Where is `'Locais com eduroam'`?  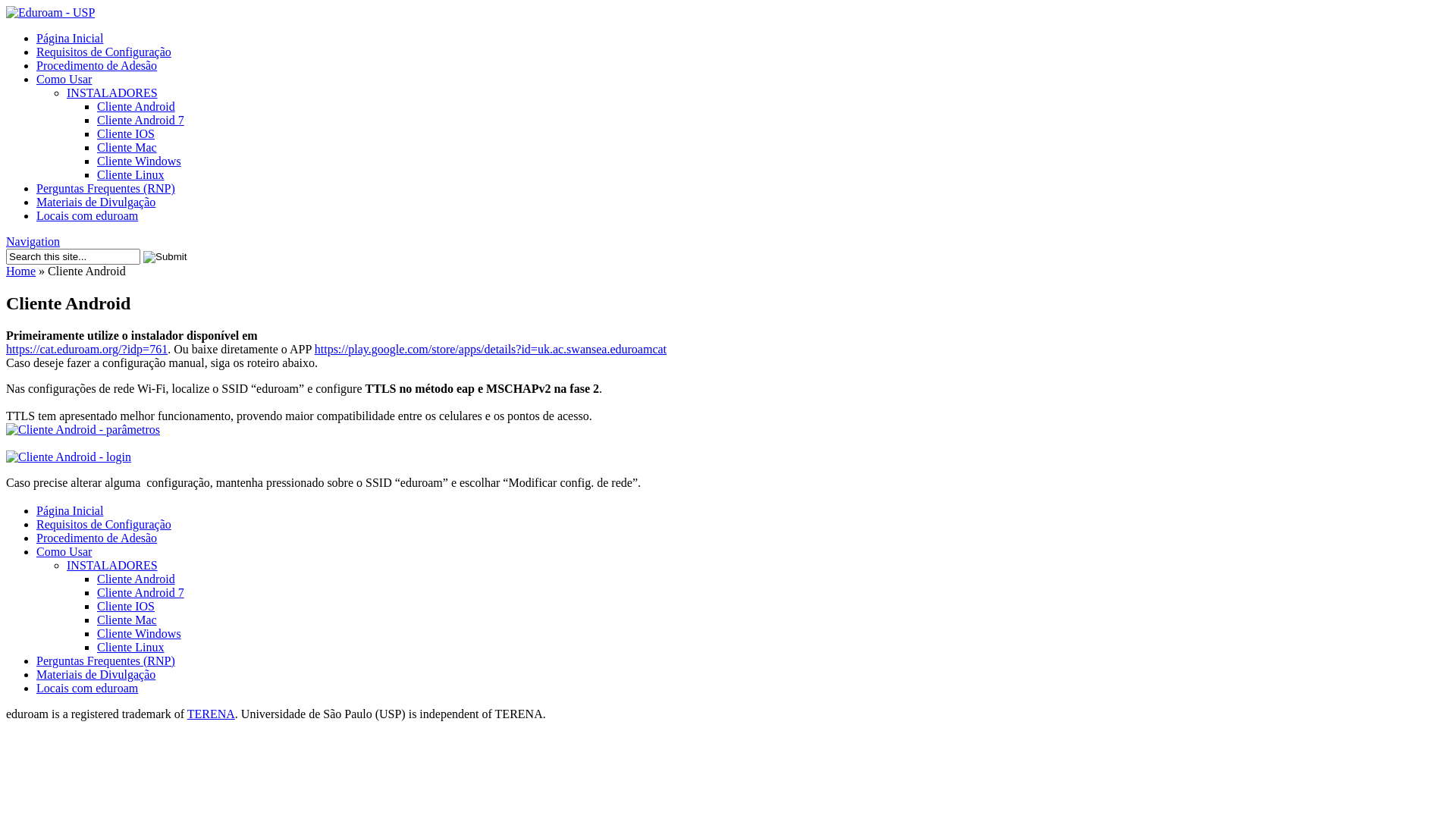 'Locais com eduroam' is located at coordinates (86, 215).